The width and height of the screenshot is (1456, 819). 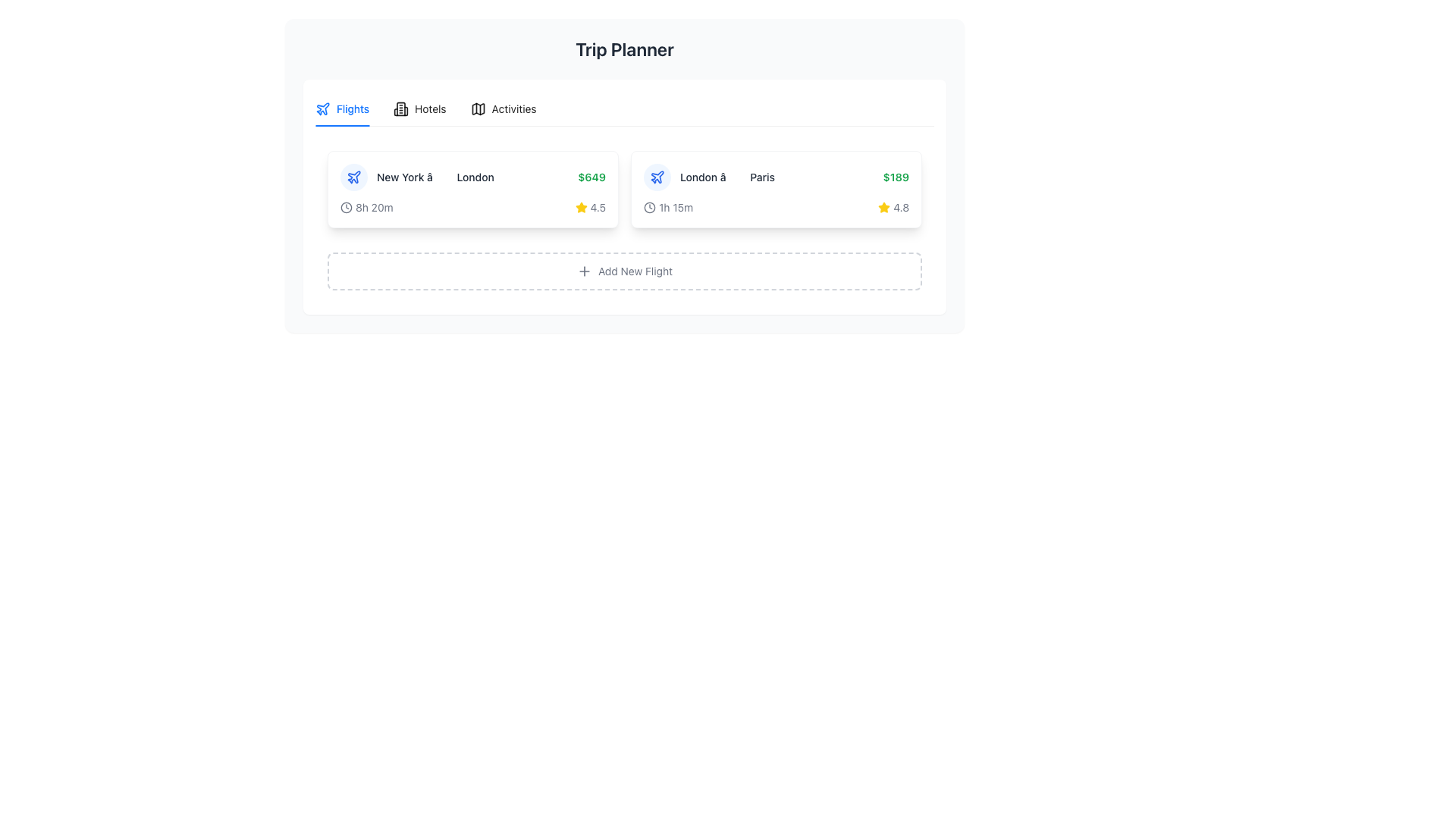 I want to click on the small, stylized icon resembling a folded map located in the horizontal menu at the top of the central content box, positioned between the 'Flights' and 'Activities' icons, so click(x=477, y=108).